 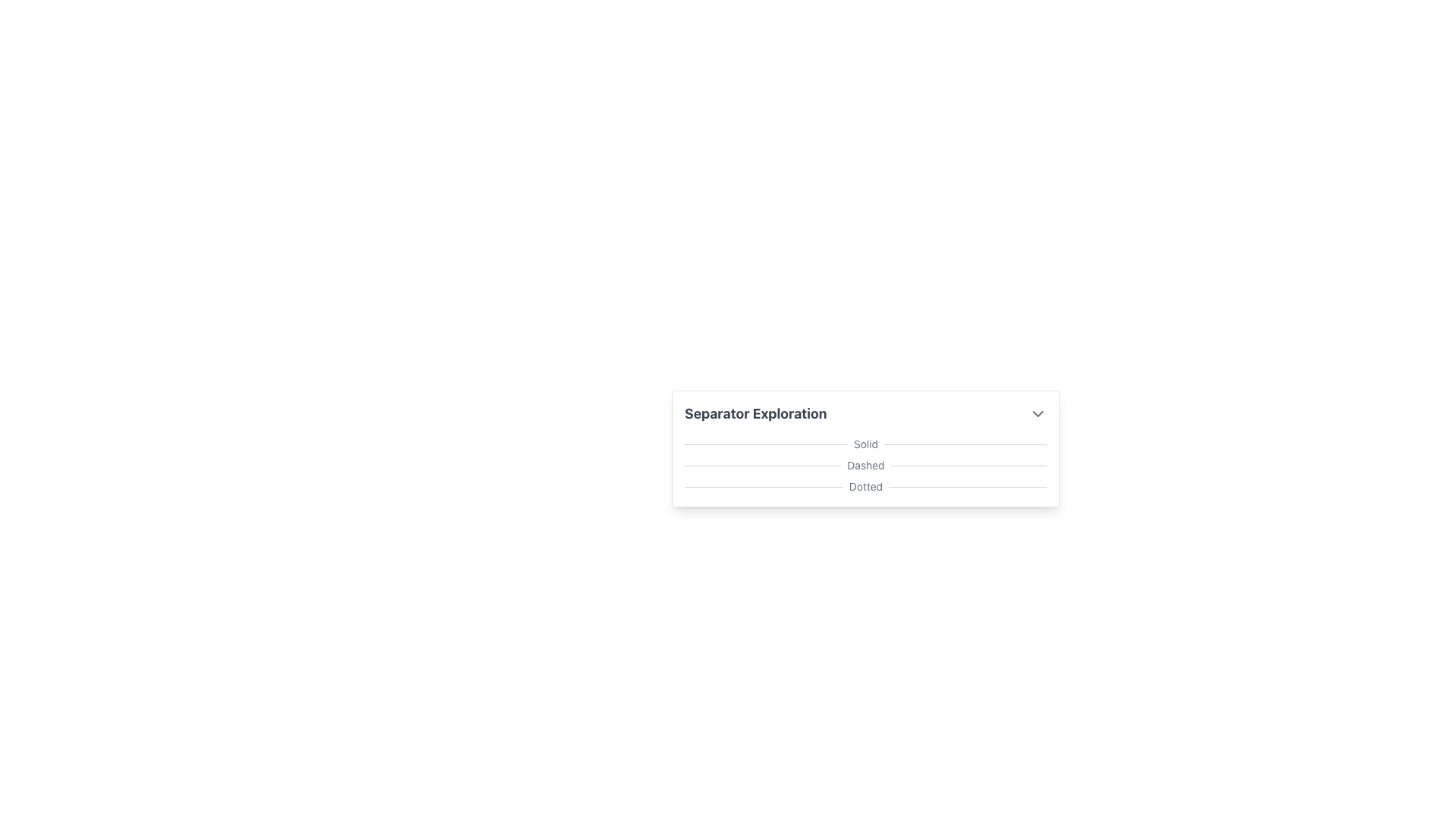 What do you see at coordinates (866, 486) in the screenshot?
I see `the Text label indicating the section or mode within the 'Separator Exploration' dropdown, which is centrally positioned between two horizontal dotted lines` at bounding box center [866, 486].